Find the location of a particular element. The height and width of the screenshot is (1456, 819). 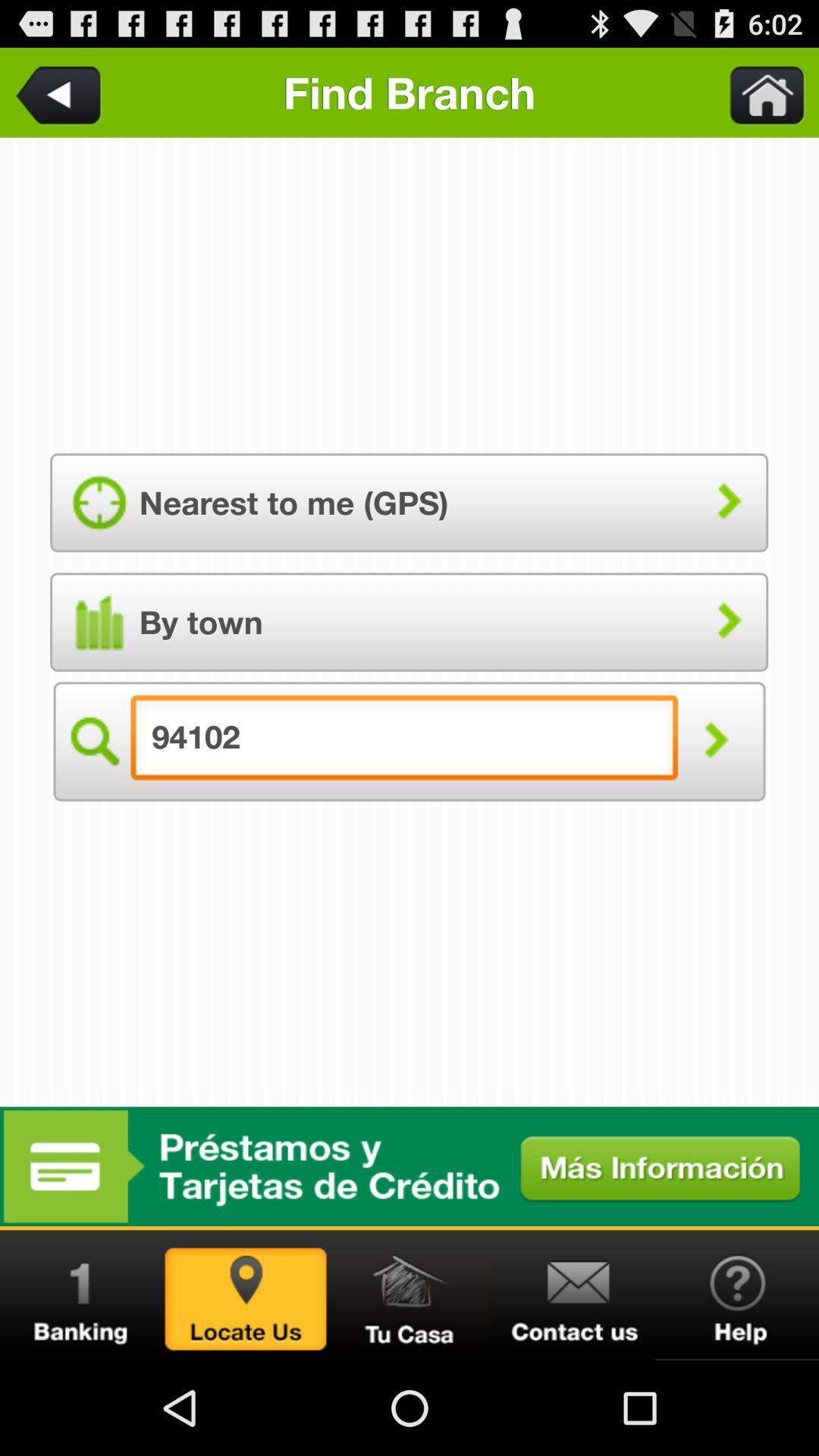

home page is located at coordinates (758, 92).